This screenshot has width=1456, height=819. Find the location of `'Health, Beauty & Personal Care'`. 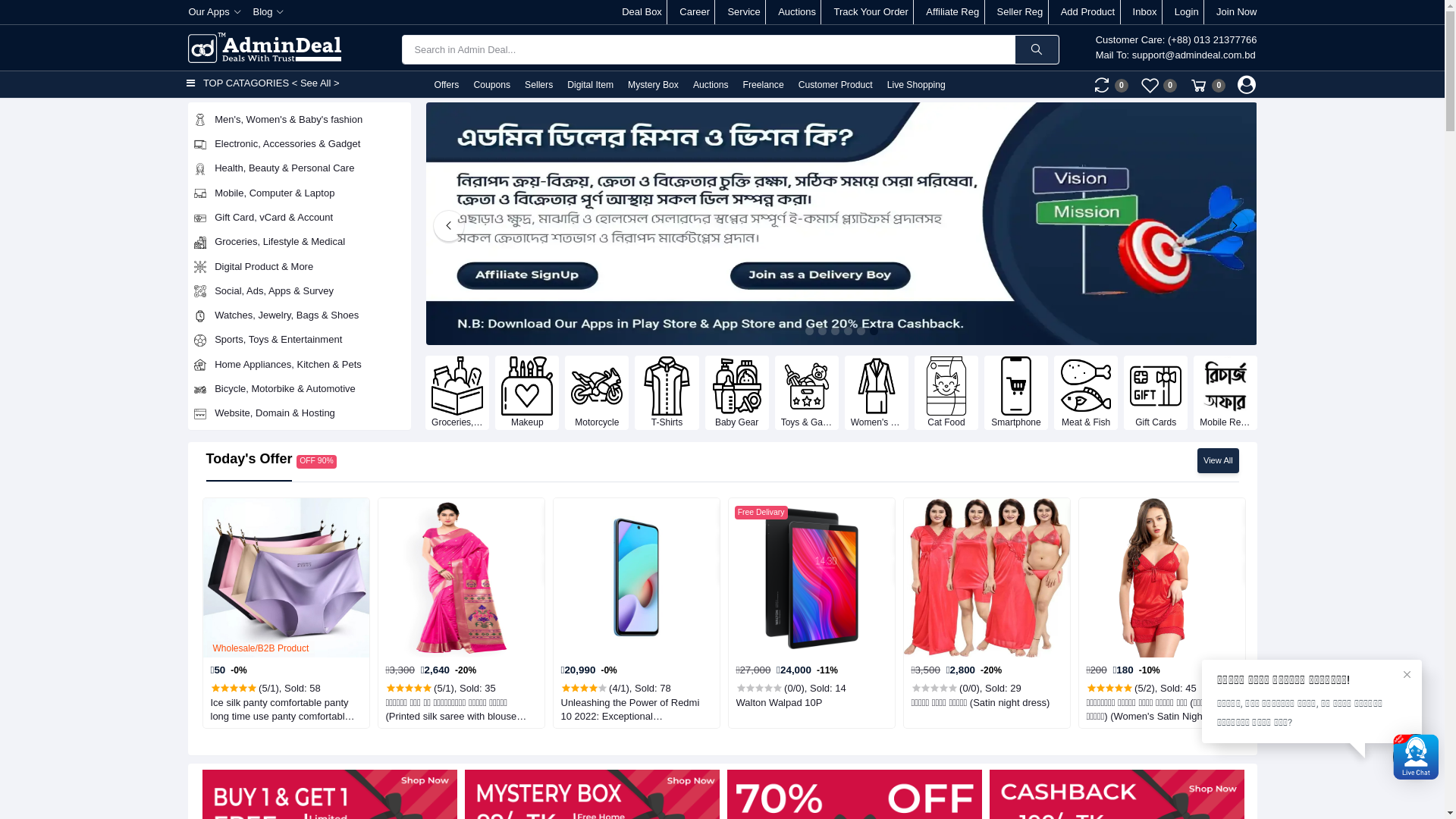

'Health, Beauty & Personal Care' is located at coordinates (300, 168).